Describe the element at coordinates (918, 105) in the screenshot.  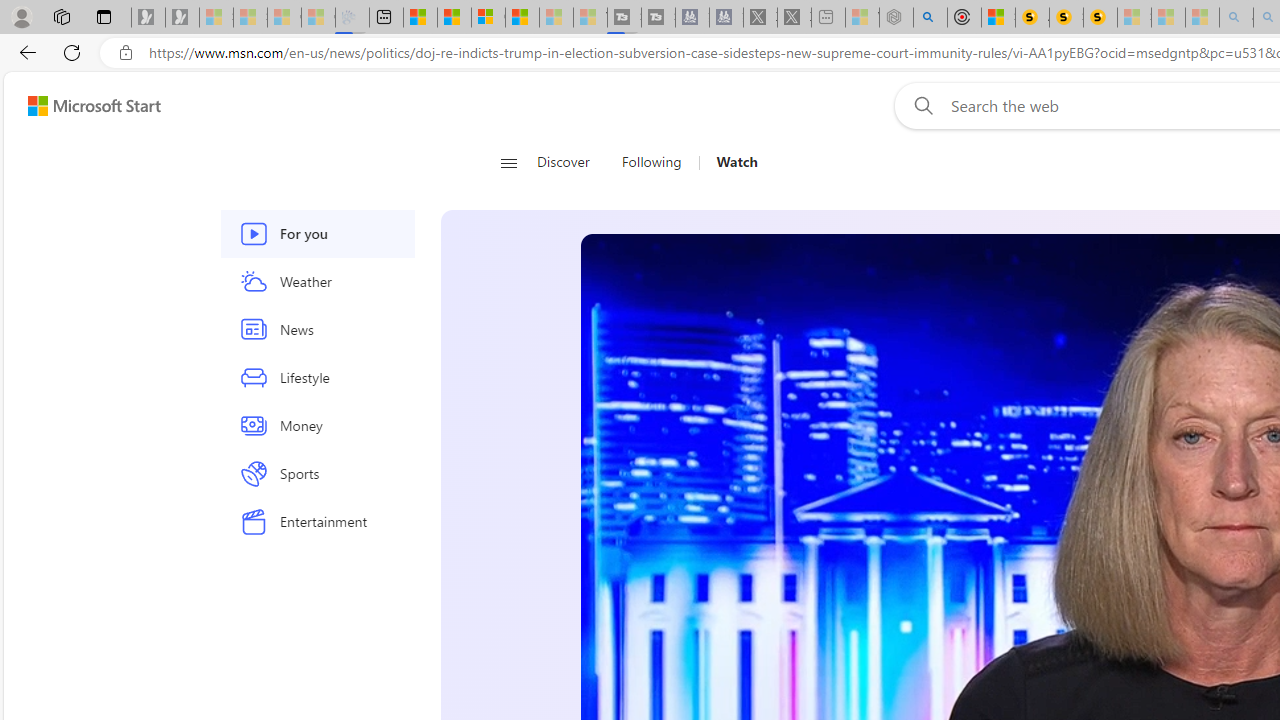
I see `'Web search'` at that location.